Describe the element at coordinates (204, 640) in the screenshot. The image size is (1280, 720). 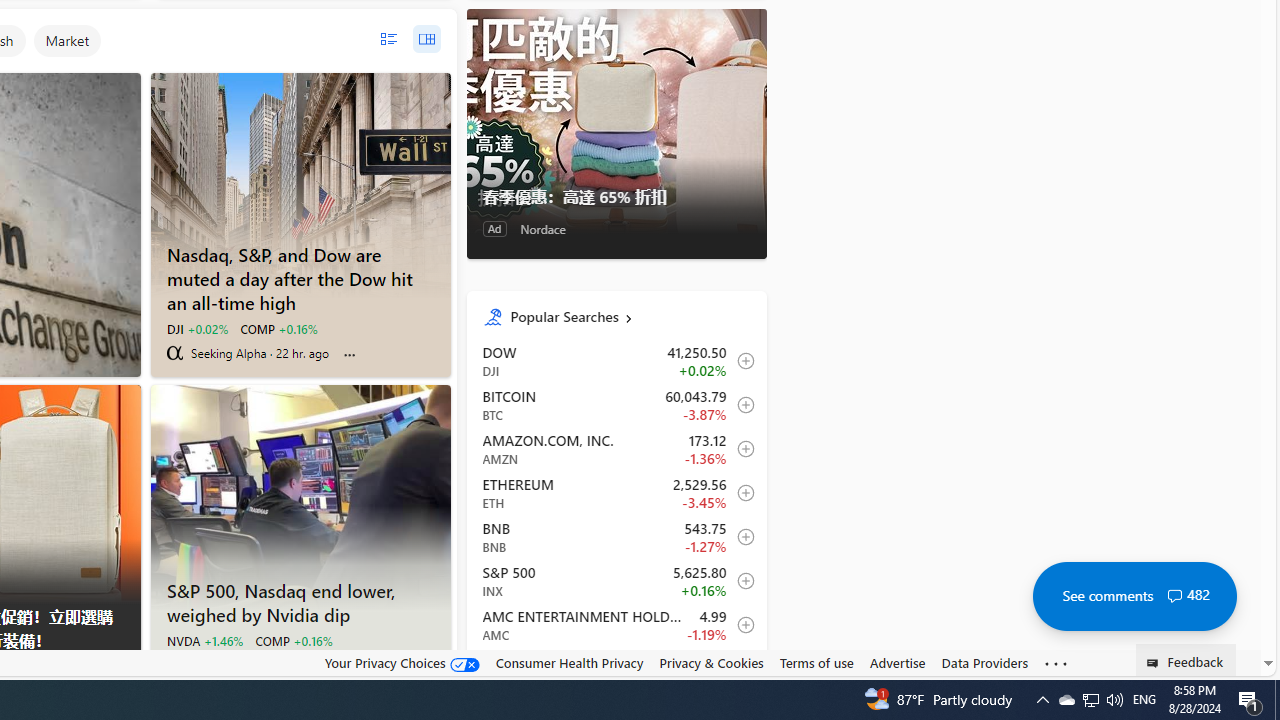
I see `'NVDA +1.46%'` at that location.